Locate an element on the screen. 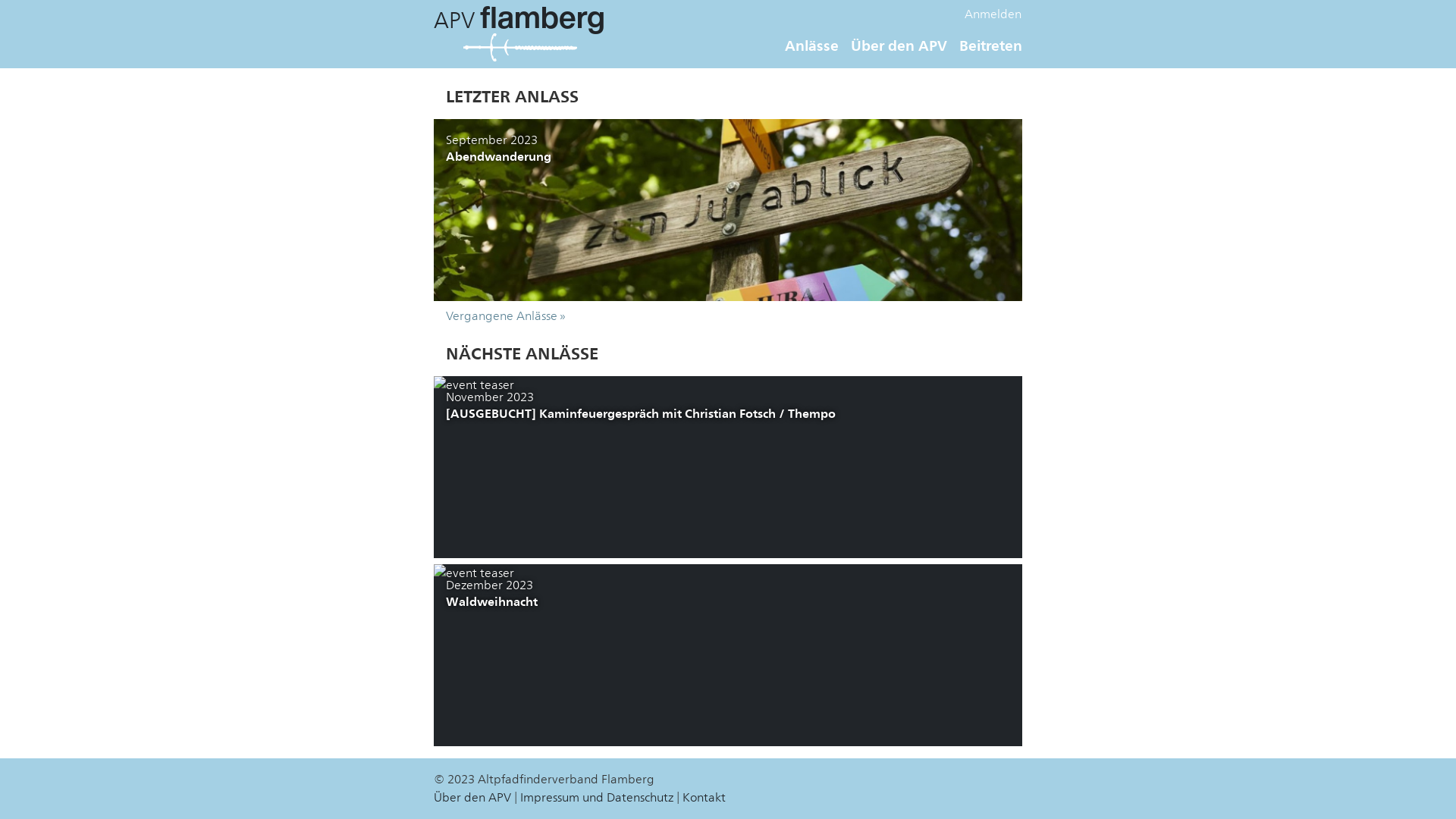 The width and height of the screenshot is (1456, 819). 'Impressum und Datenschutz' is located at coordinates (596, 797).